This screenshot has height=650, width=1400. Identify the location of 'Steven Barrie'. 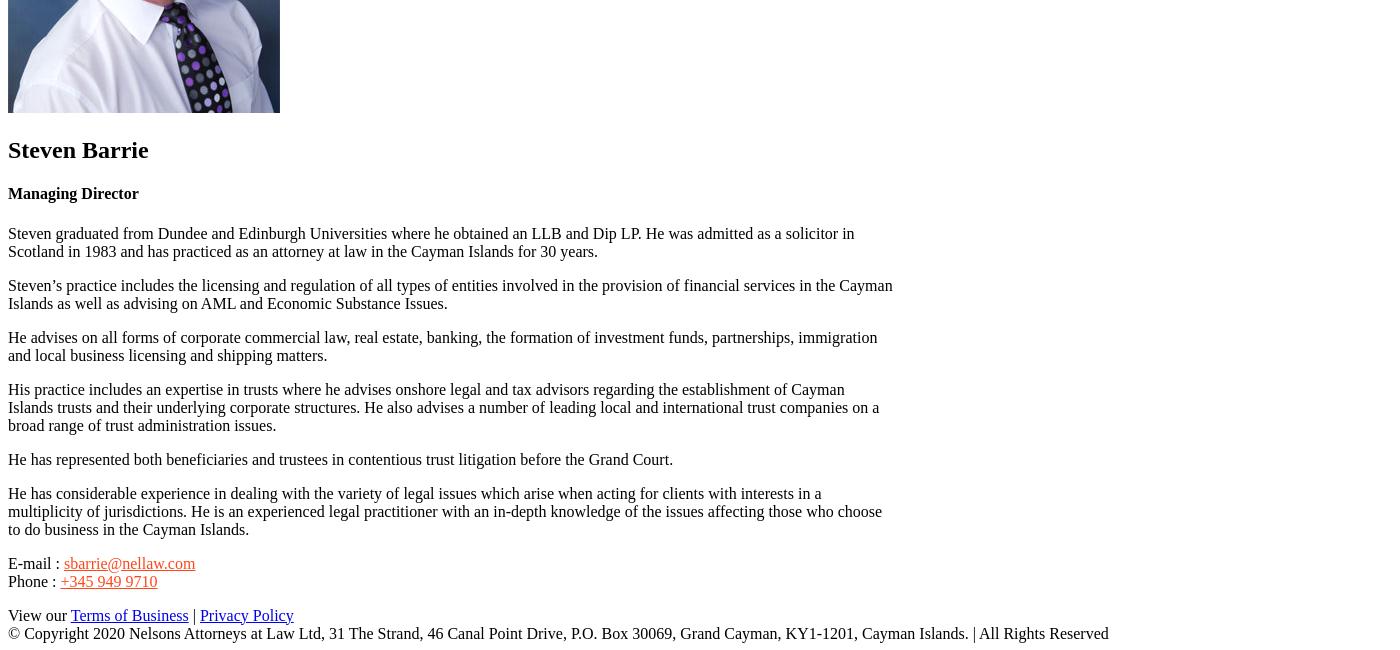
(77, 149).